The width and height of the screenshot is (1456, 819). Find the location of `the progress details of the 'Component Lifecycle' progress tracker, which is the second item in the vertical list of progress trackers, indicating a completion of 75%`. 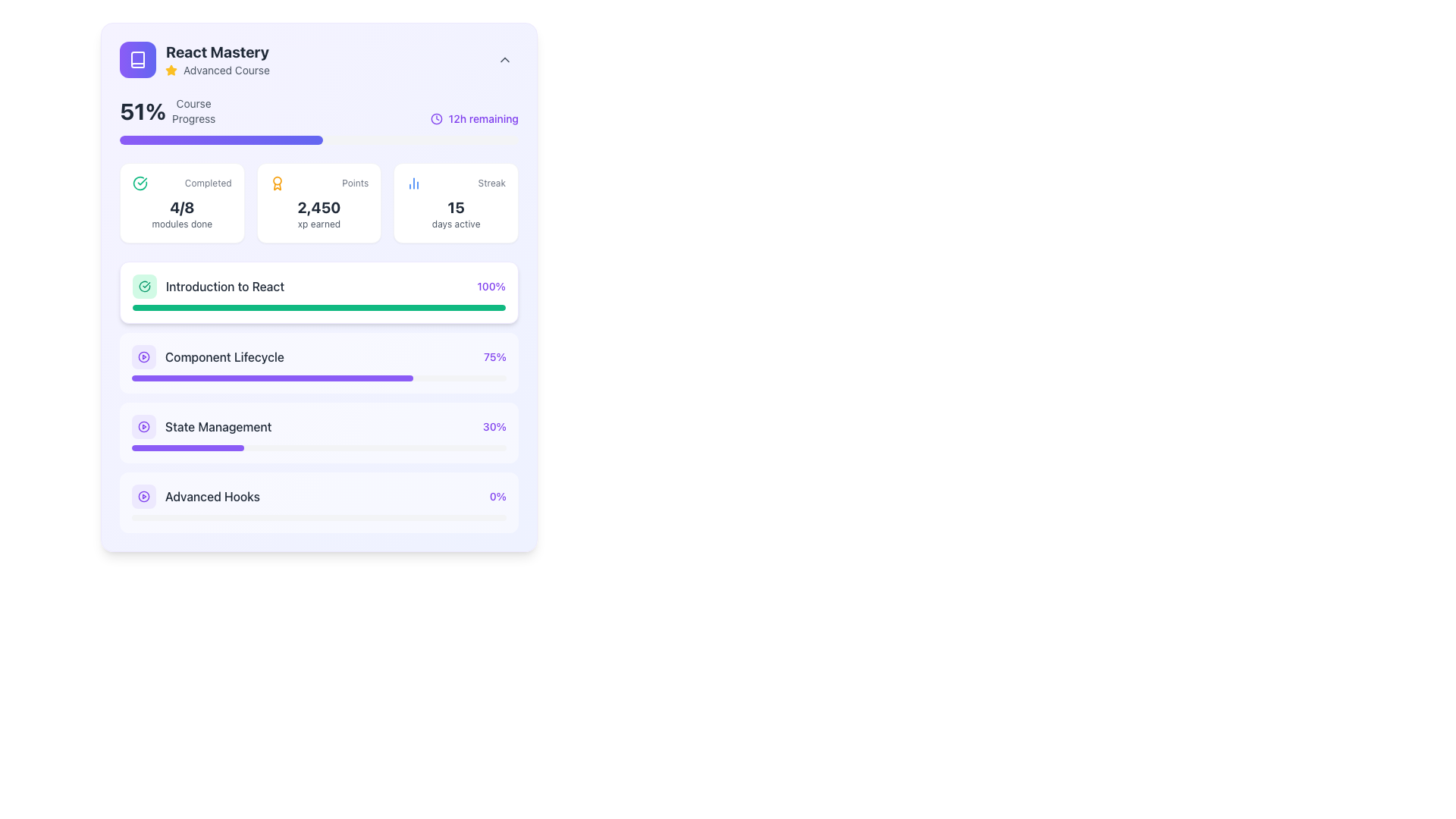

the progress details of the 'Component Lifecycle' progress tracker, which is the second item in the vertical list of progress trackers, indicating a completion of 75% is located at coordinates (318, 397).